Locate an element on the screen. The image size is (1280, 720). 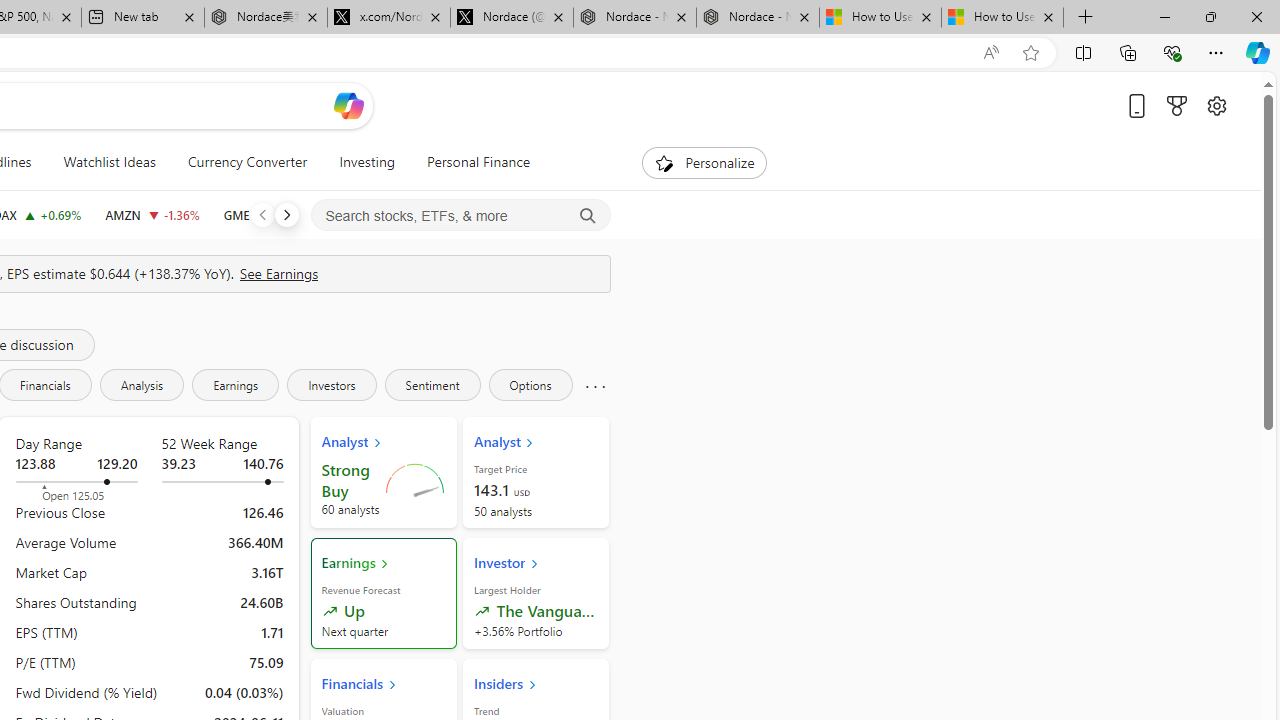
'Personalize' is located at coordinates (704, 162).